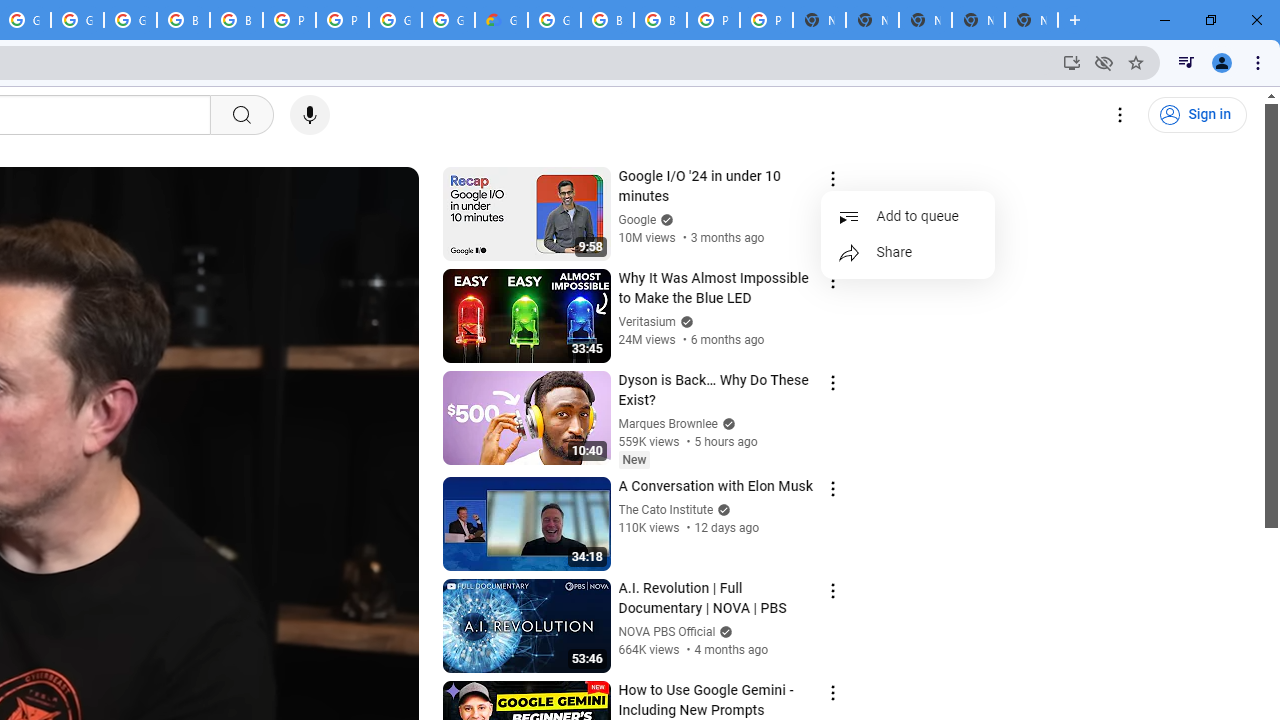 Image resolution: width=1280 pixels, height=720 pixels. I want to click on 'Browse Chrome as a guest - Computer - Google Chrome Help', so click(183, 20).